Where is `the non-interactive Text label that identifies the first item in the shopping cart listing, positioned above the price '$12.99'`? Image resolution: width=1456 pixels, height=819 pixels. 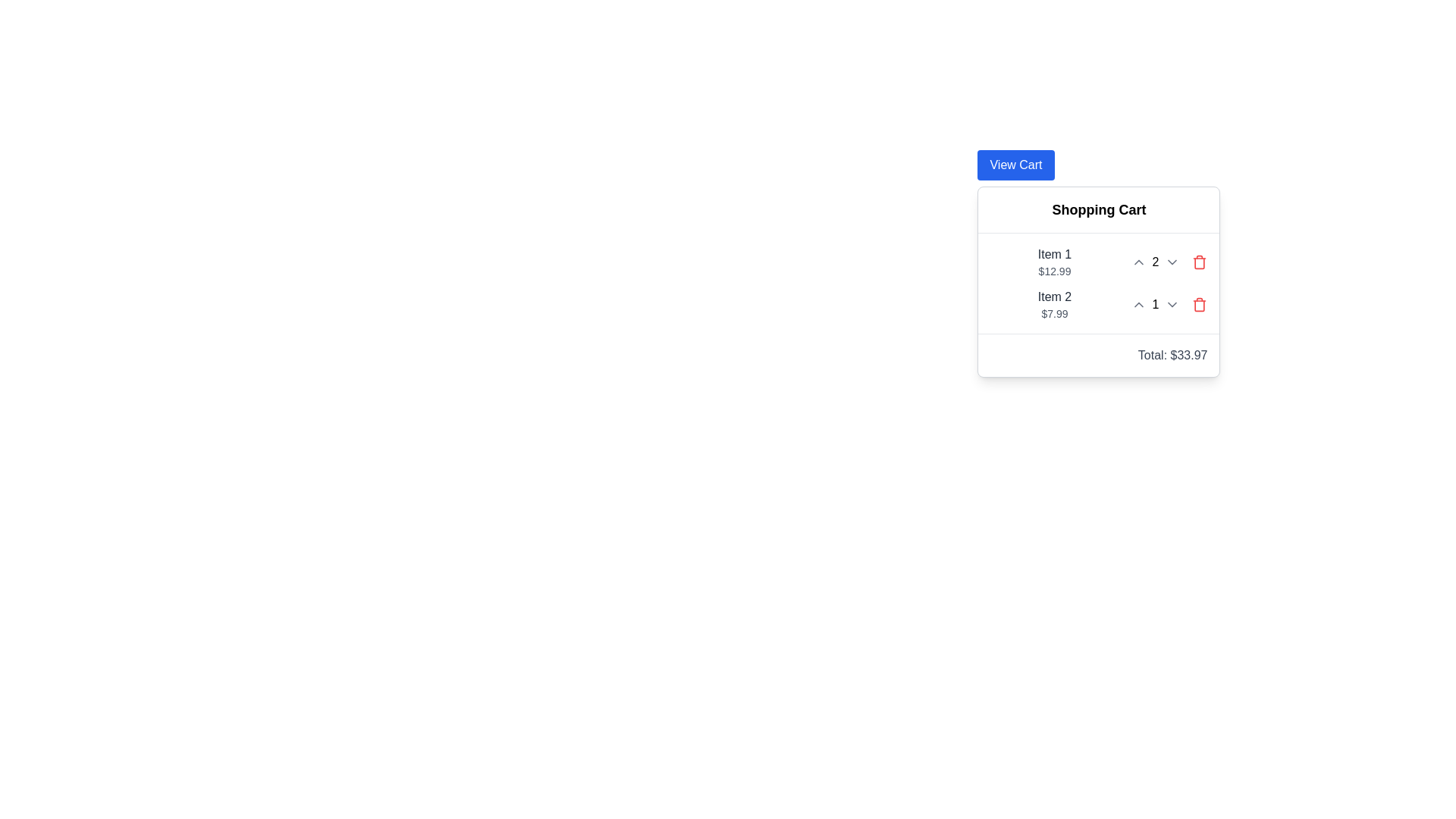 the non-interactive Text label that identifies the first item in the shopping cart listing, positioned above the price '$12.99' is located at coordinates (1054, 253).